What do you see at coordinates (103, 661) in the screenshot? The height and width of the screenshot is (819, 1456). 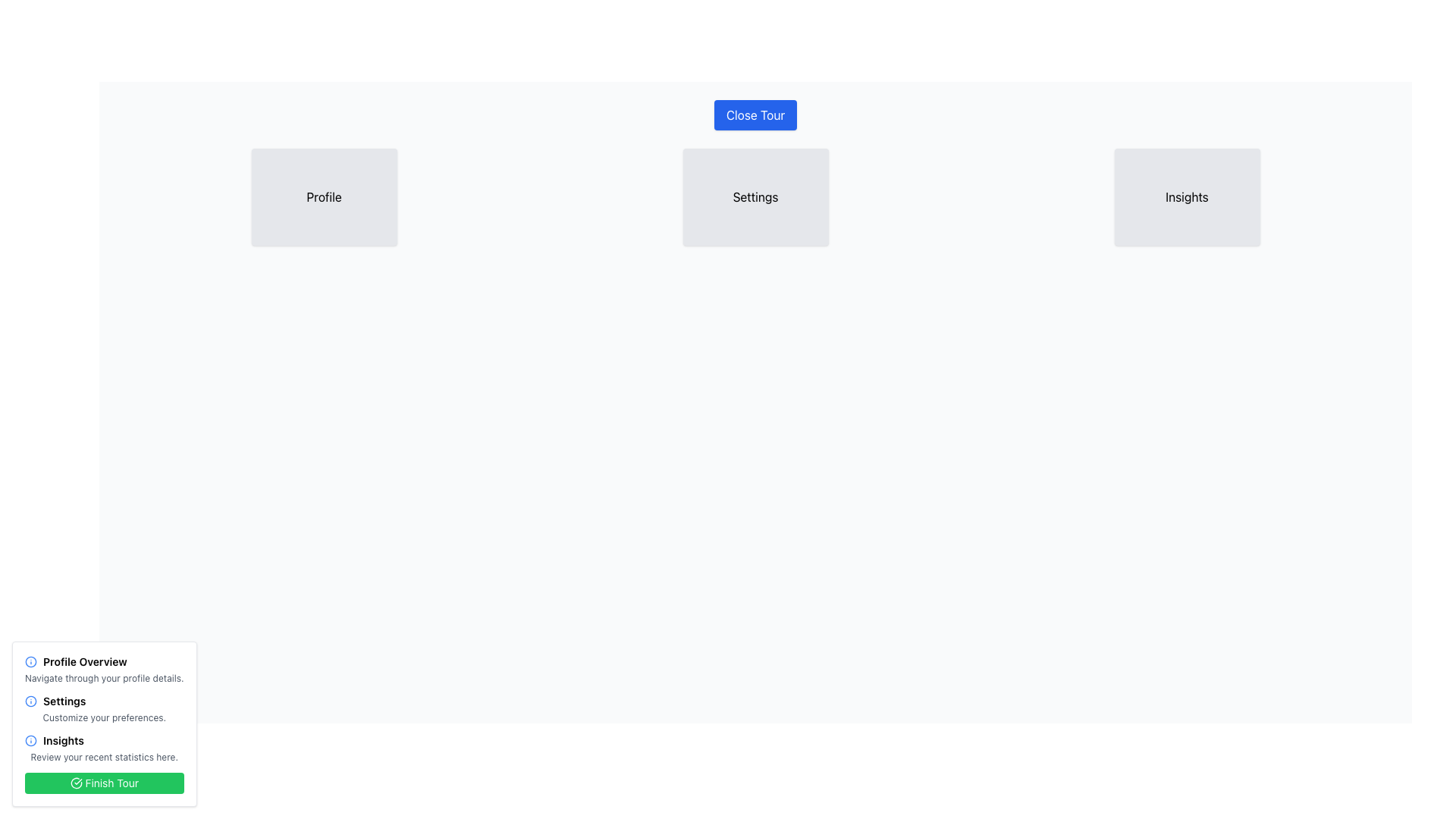 I see `the blue circular icon with an 'i' symbol and bolded text 'Profile Overview' located in the left-bottom corner of the interface` at bounding box center [103, 661].